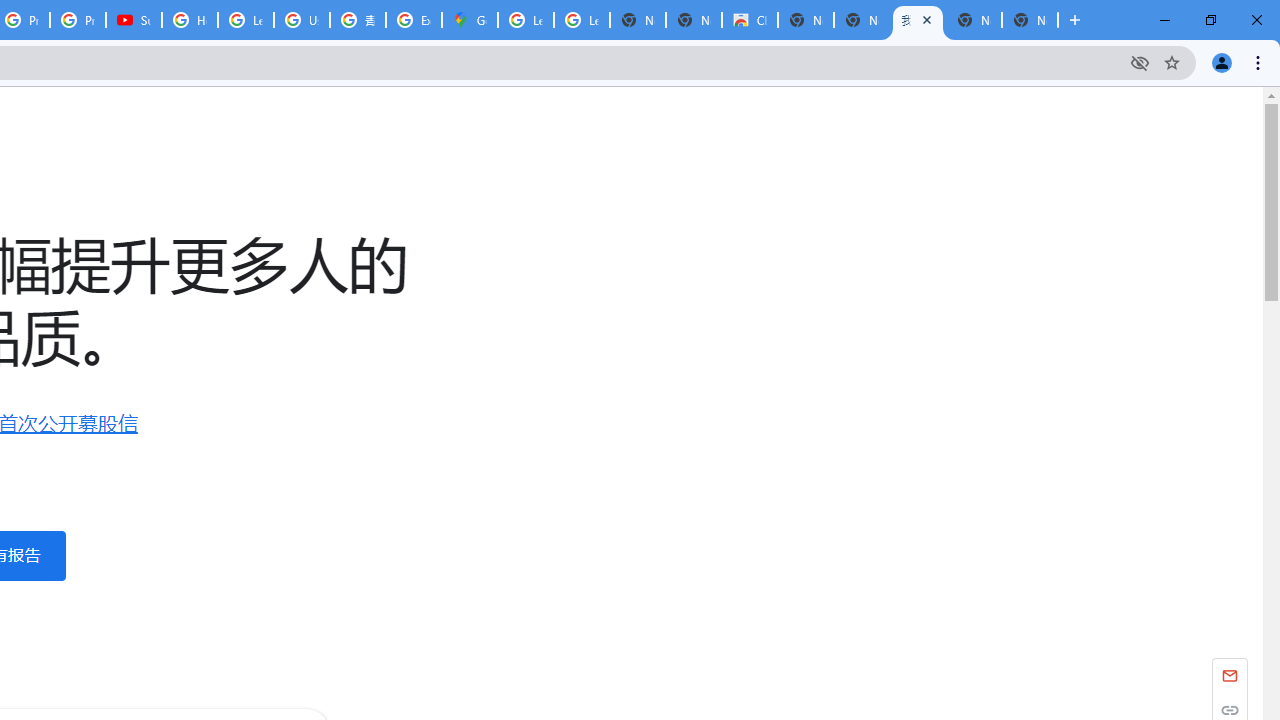 The height and width of the screenshot is (720, 1280). I want to click on 'Subscriptions - YouTube', so click(133, 20).